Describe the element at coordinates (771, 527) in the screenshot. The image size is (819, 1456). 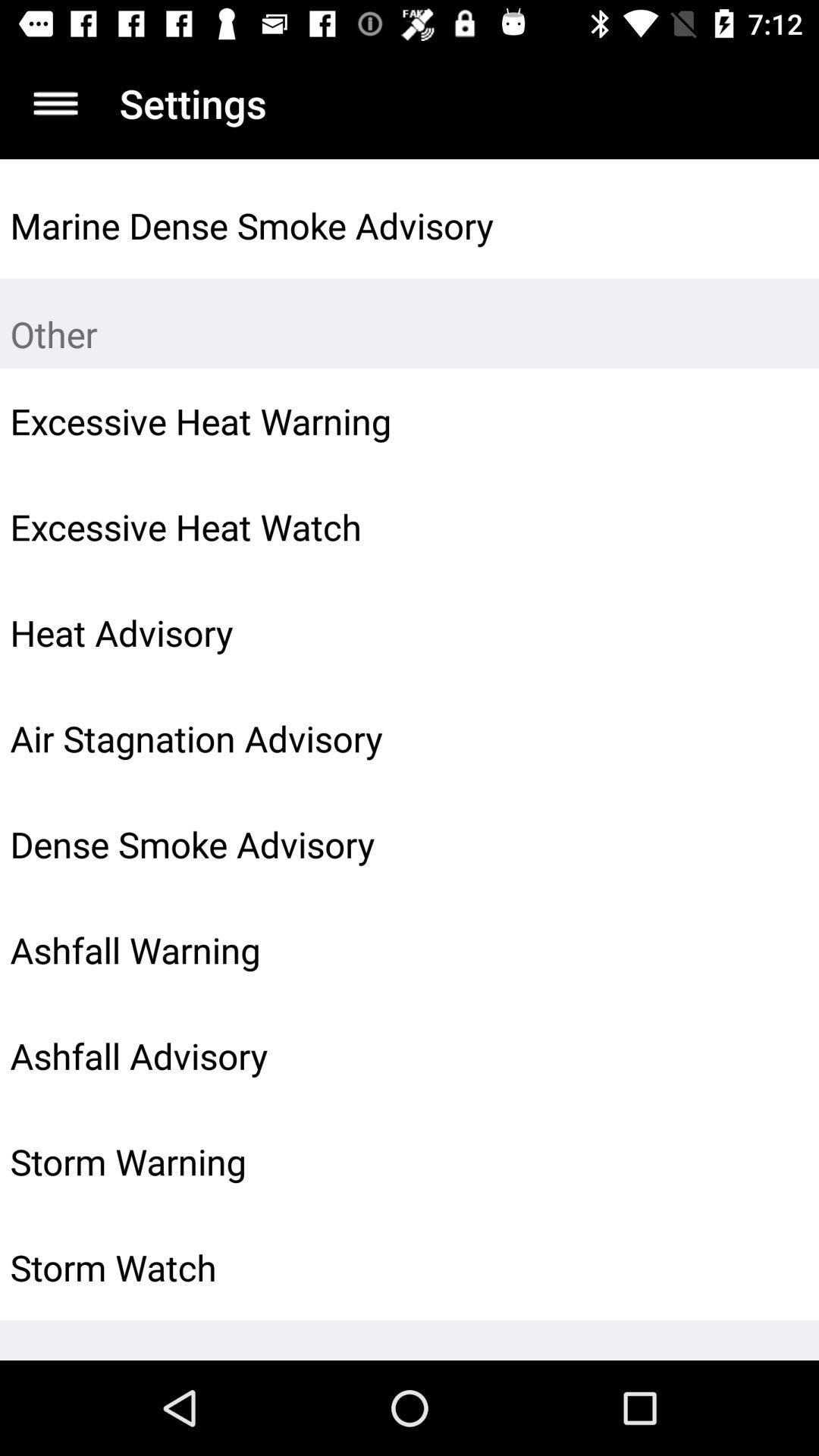
I see `item next to excessive heat watch` at that location.